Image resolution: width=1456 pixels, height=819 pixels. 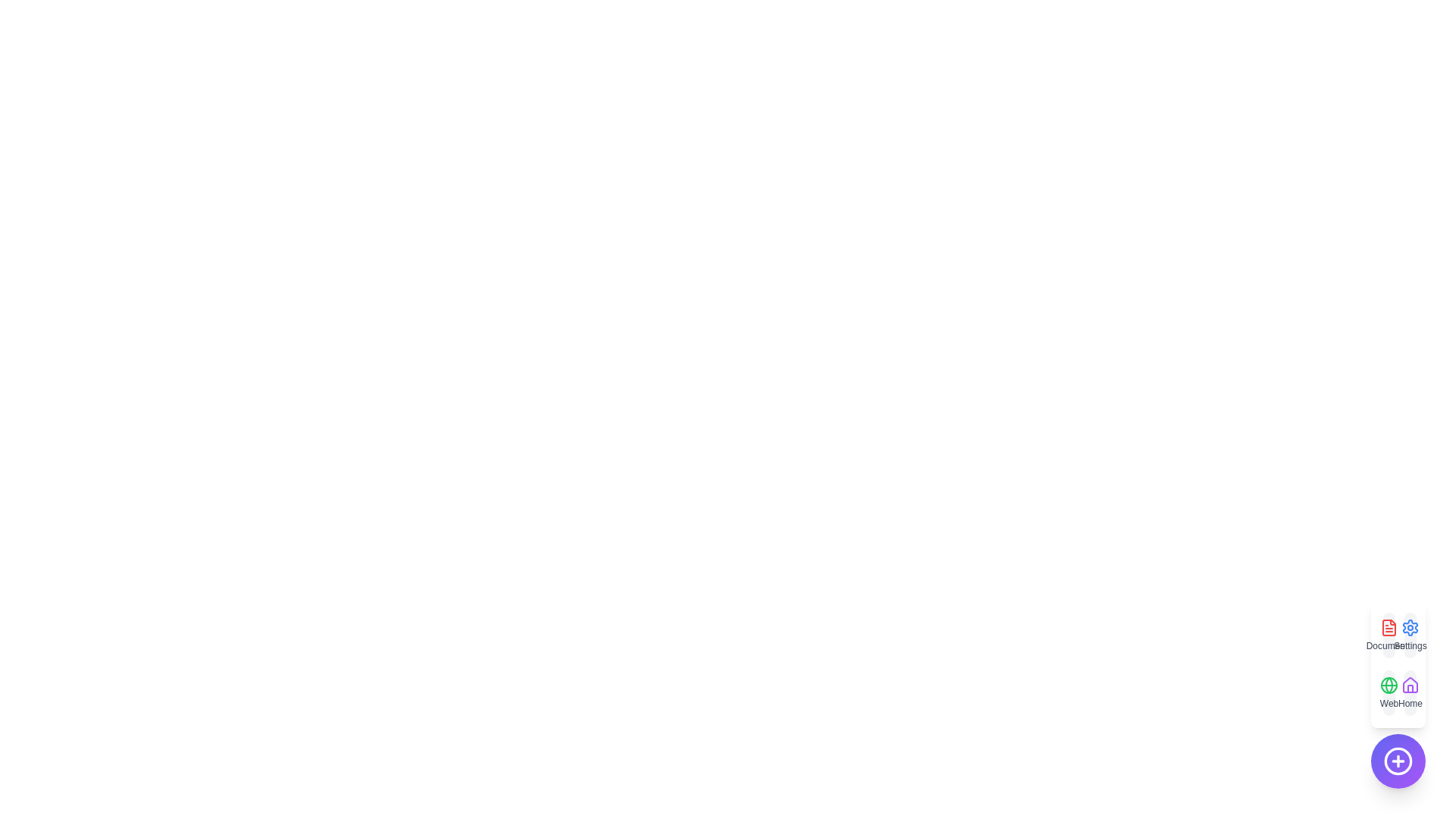 What do you see at coordinates (1410, 635) in the screenshot?
I see `the Settings option in the EnhancedSpeedDial component` at bounding box center [1410, 635].